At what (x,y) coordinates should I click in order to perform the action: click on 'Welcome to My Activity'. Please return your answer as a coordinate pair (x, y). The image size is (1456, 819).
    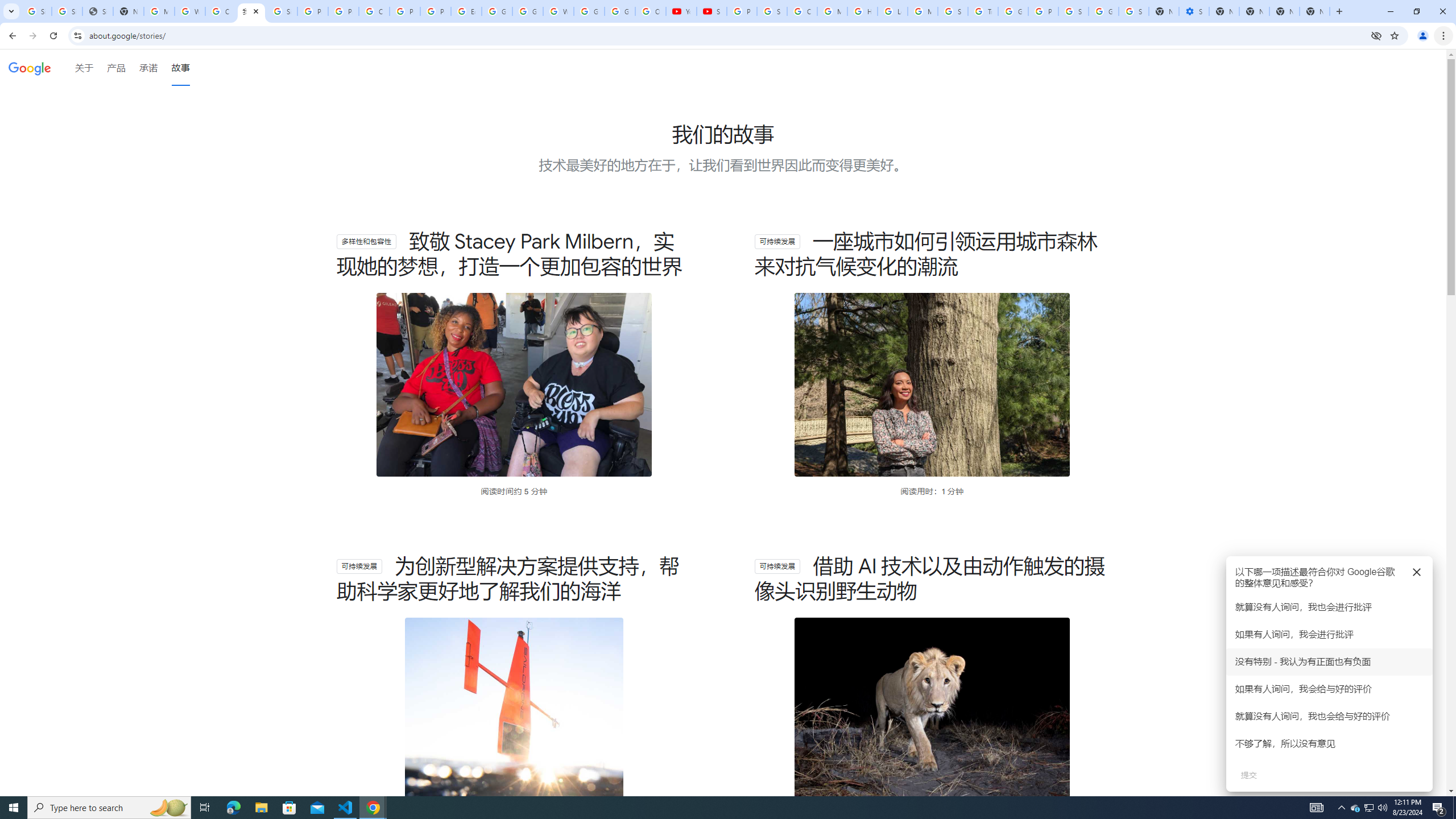
    Looking at the image, I should click on (559, 11).